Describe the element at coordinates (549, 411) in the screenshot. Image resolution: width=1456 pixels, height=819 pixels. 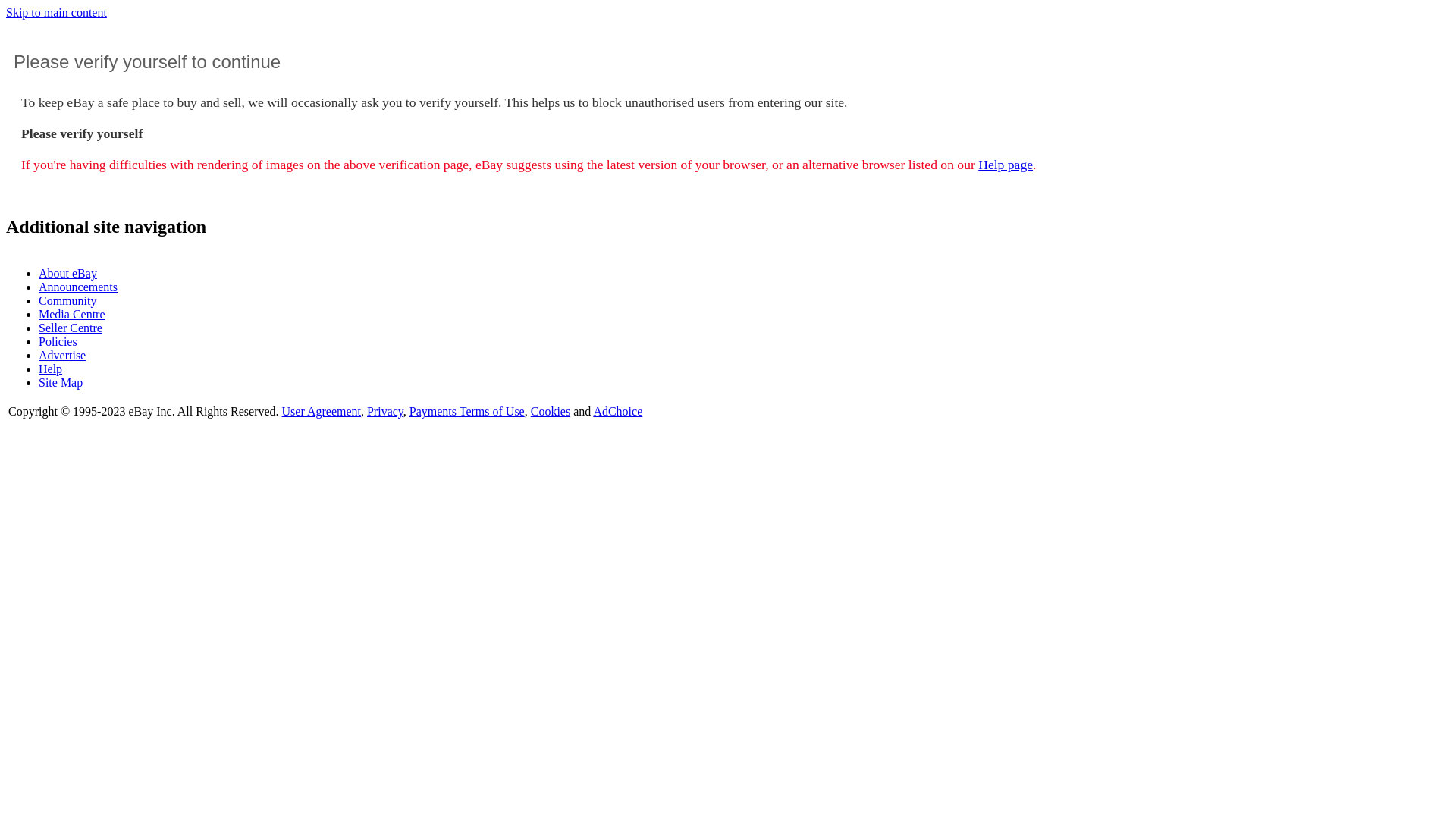
I see `'Cookies'` at that location.